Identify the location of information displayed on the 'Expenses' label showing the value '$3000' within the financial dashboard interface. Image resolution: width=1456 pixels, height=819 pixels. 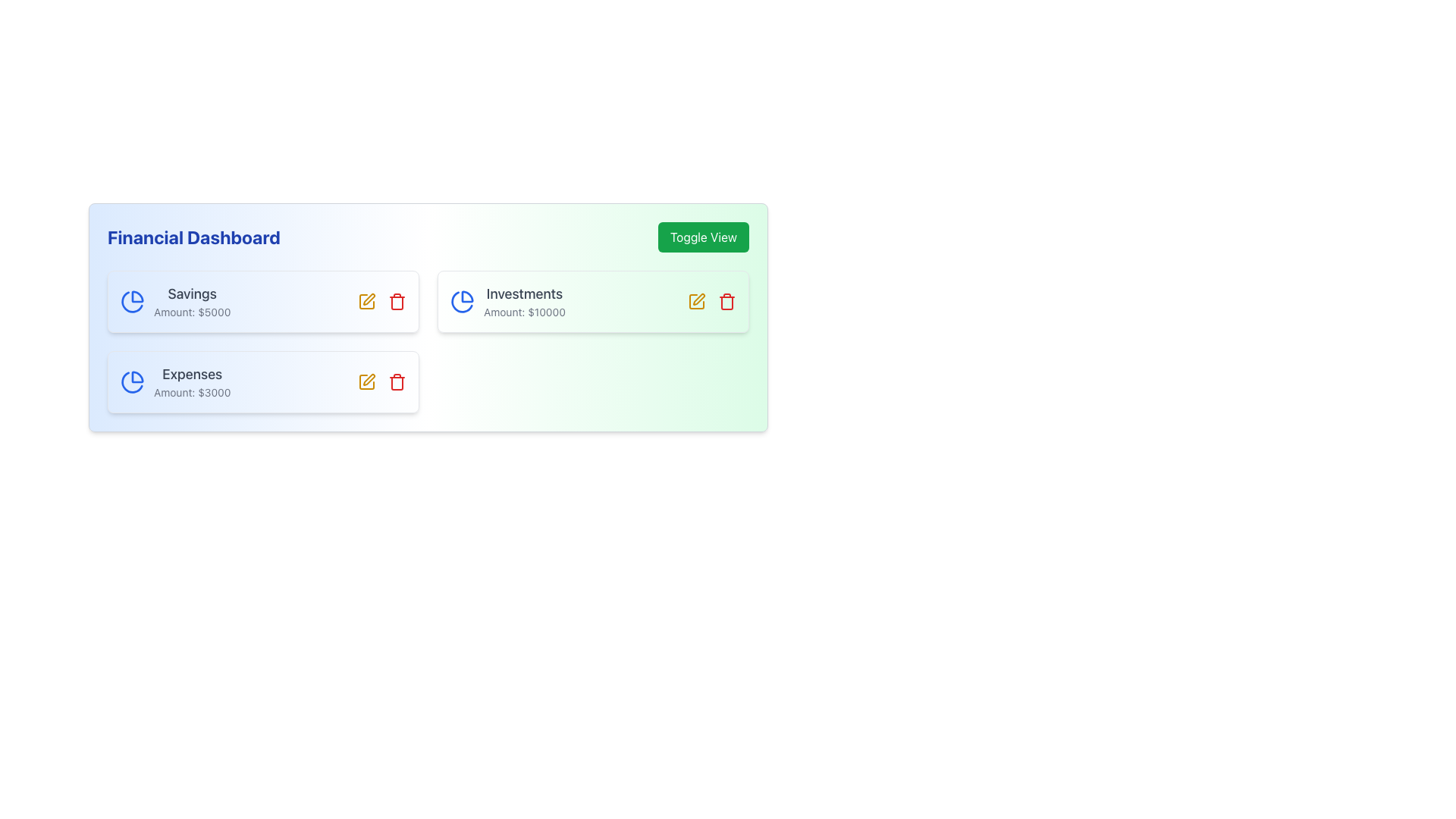
(175, 381).